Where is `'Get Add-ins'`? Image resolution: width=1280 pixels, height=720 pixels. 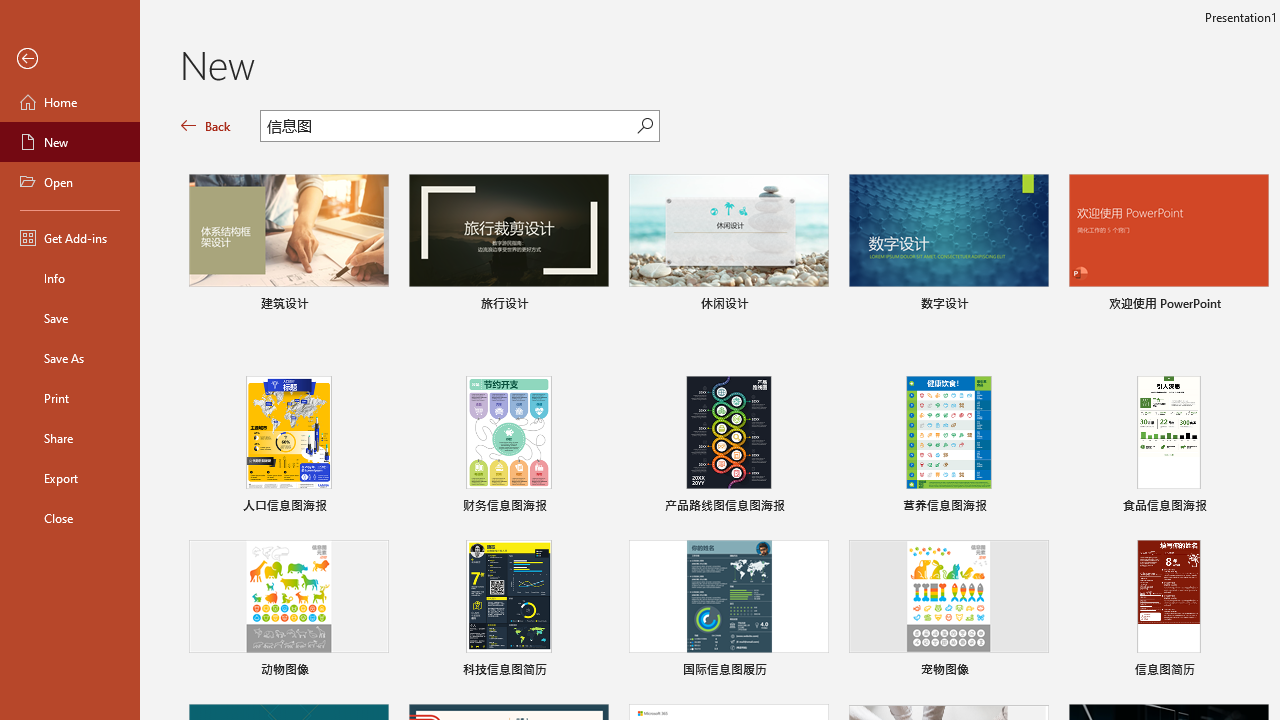 'Get Add-ins' is located at coordinates (69, 236).